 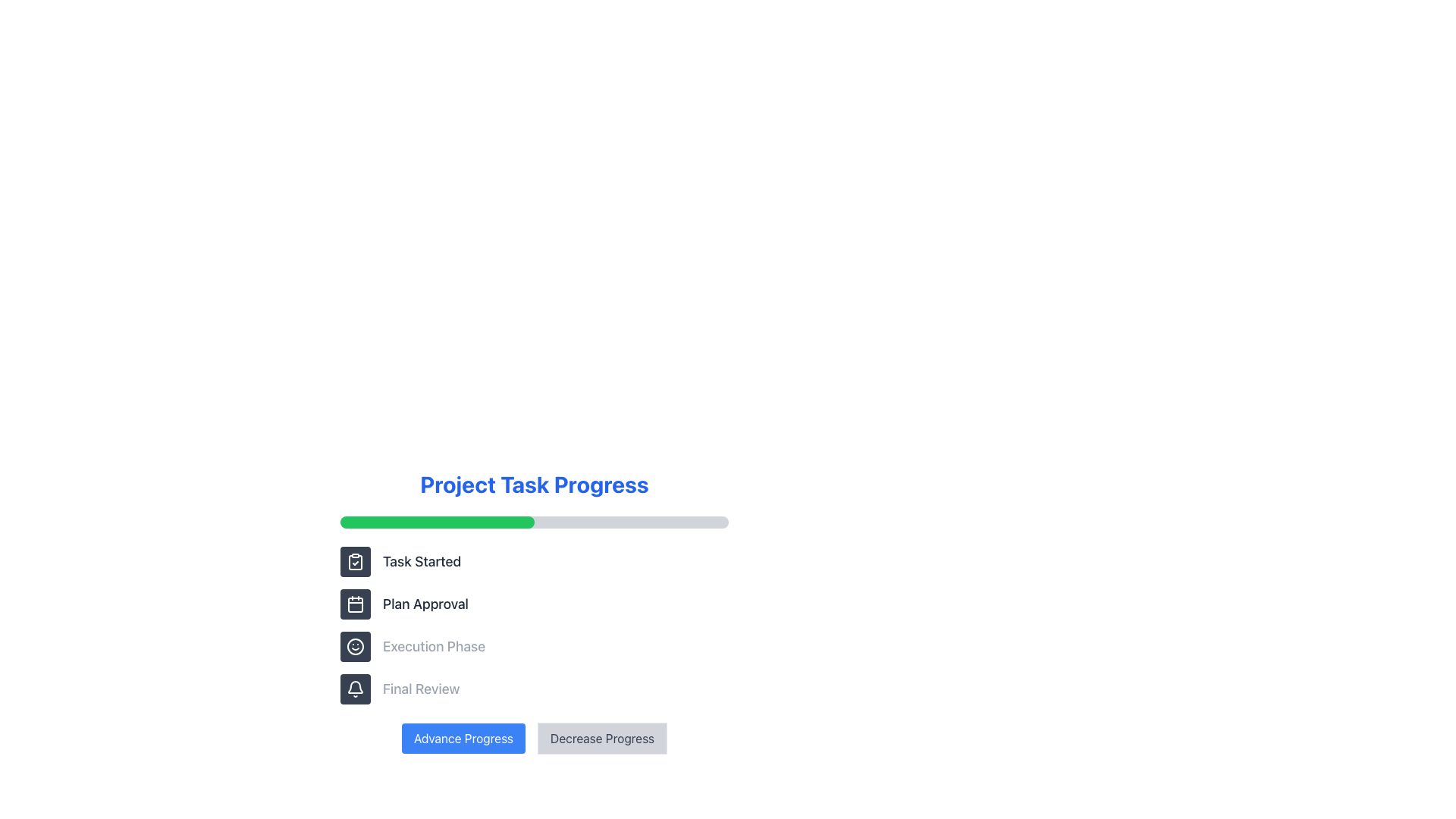 I want to click on the Progress Bar, which visually represents the completion percentage of a task, located below the 'Project Task Progress' header, so click(x=535, y=522).